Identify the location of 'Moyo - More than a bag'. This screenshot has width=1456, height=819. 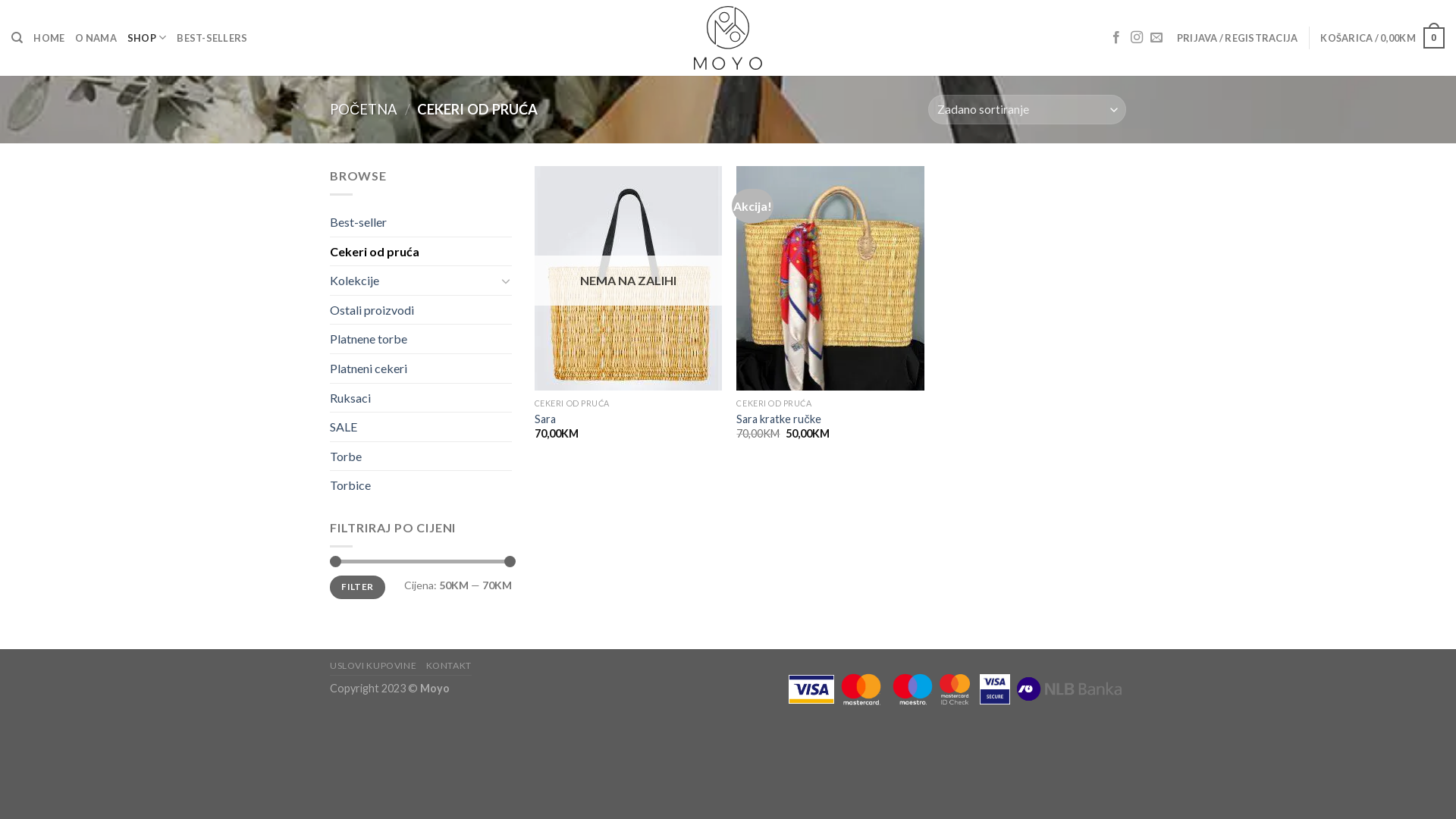
(726, 37).